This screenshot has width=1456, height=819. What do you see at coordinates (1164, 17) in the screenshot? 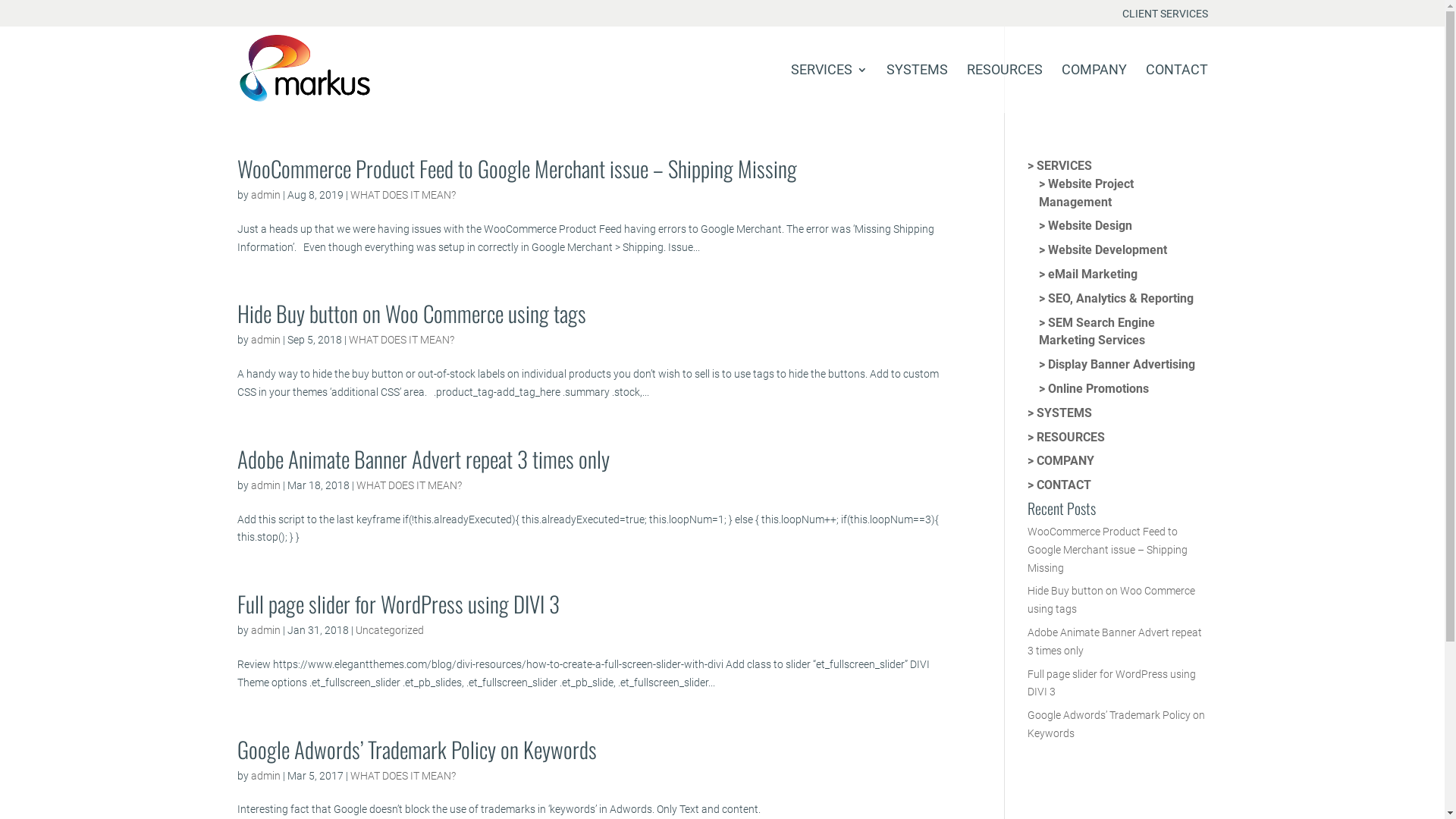
I see `'CLIENT SERVICES'` at bounding box center [1164, 17].